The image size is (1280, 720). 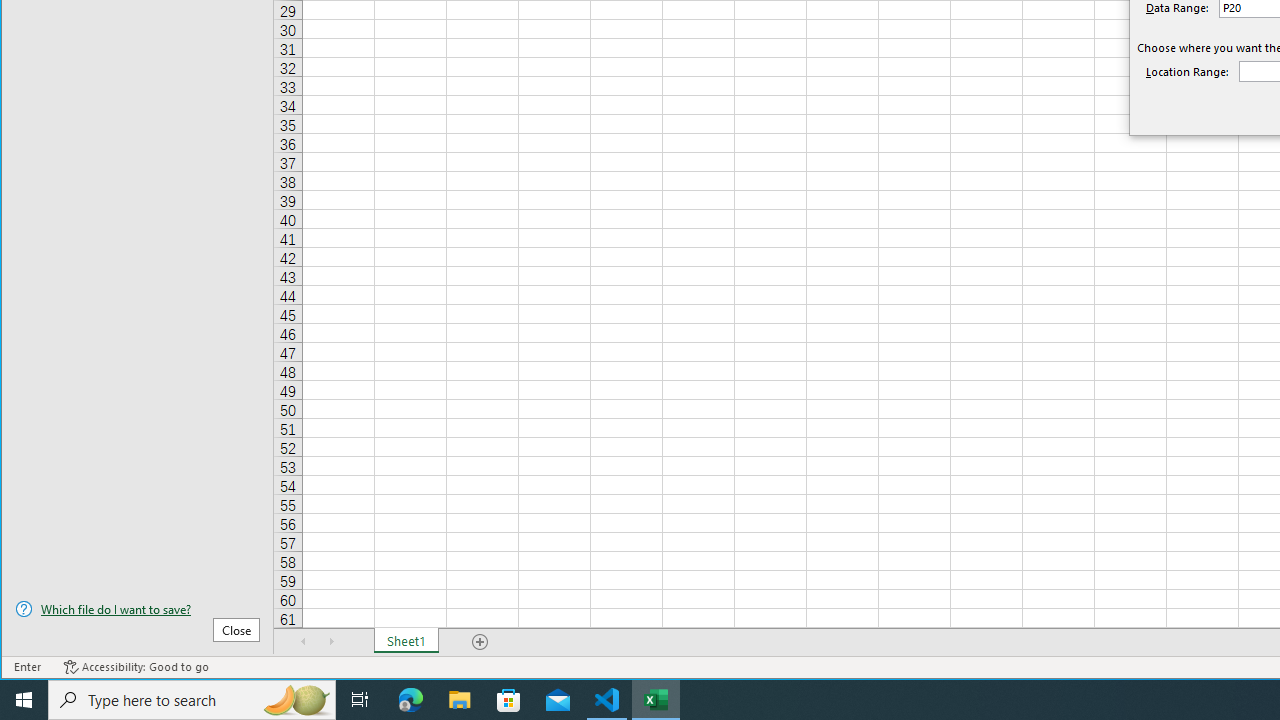 I want to click on 'Scroll Left', so click(x=303, y=641).